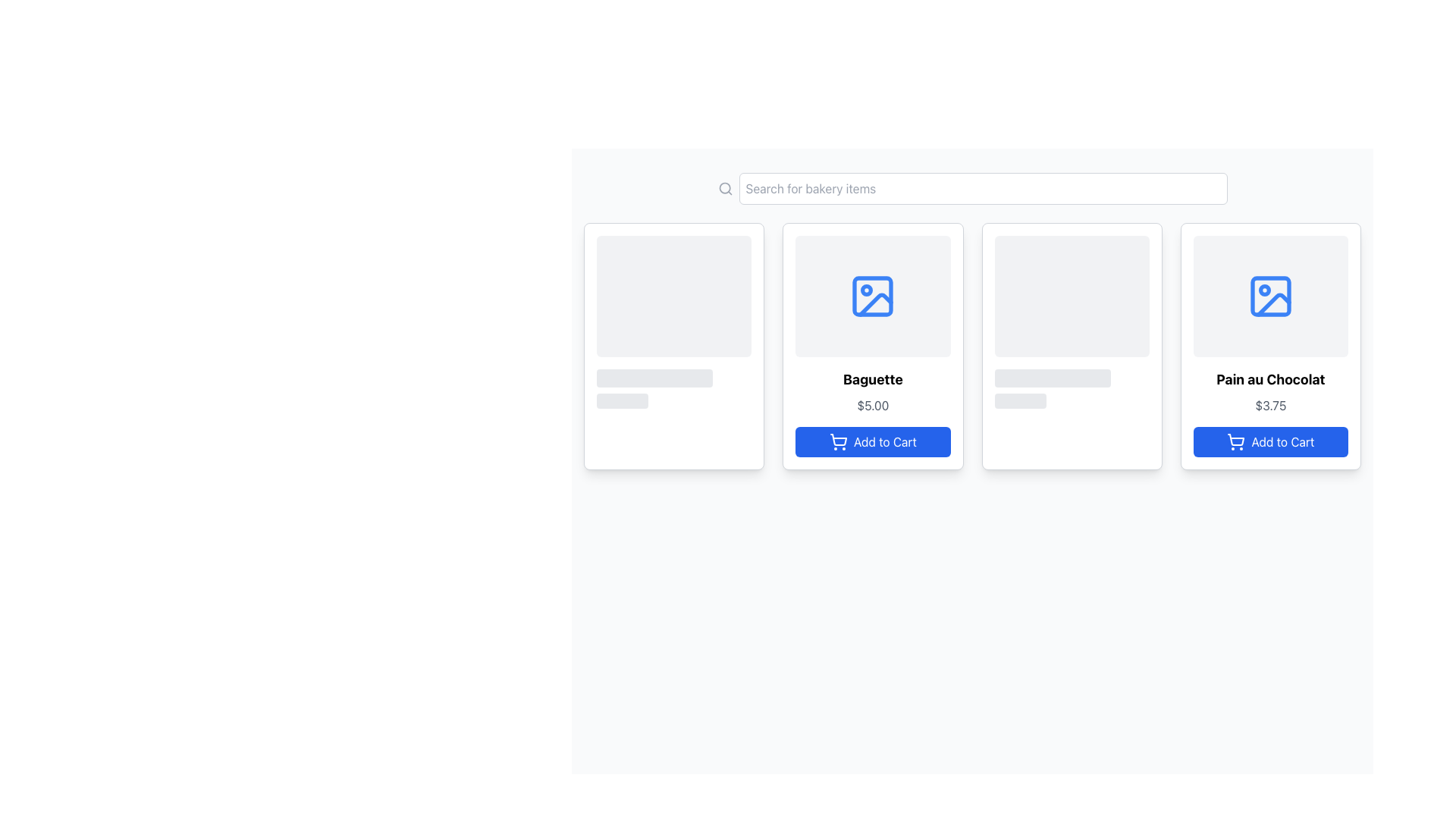 The height and width of the screenshot is (819, 1456). What do you see at coordinates (723, 187) in the screenshot?
I see `the Circle element that represents the search icon, which is slightly to the left of its center within the magnifying glass icon` at bounding box center [723, 187].